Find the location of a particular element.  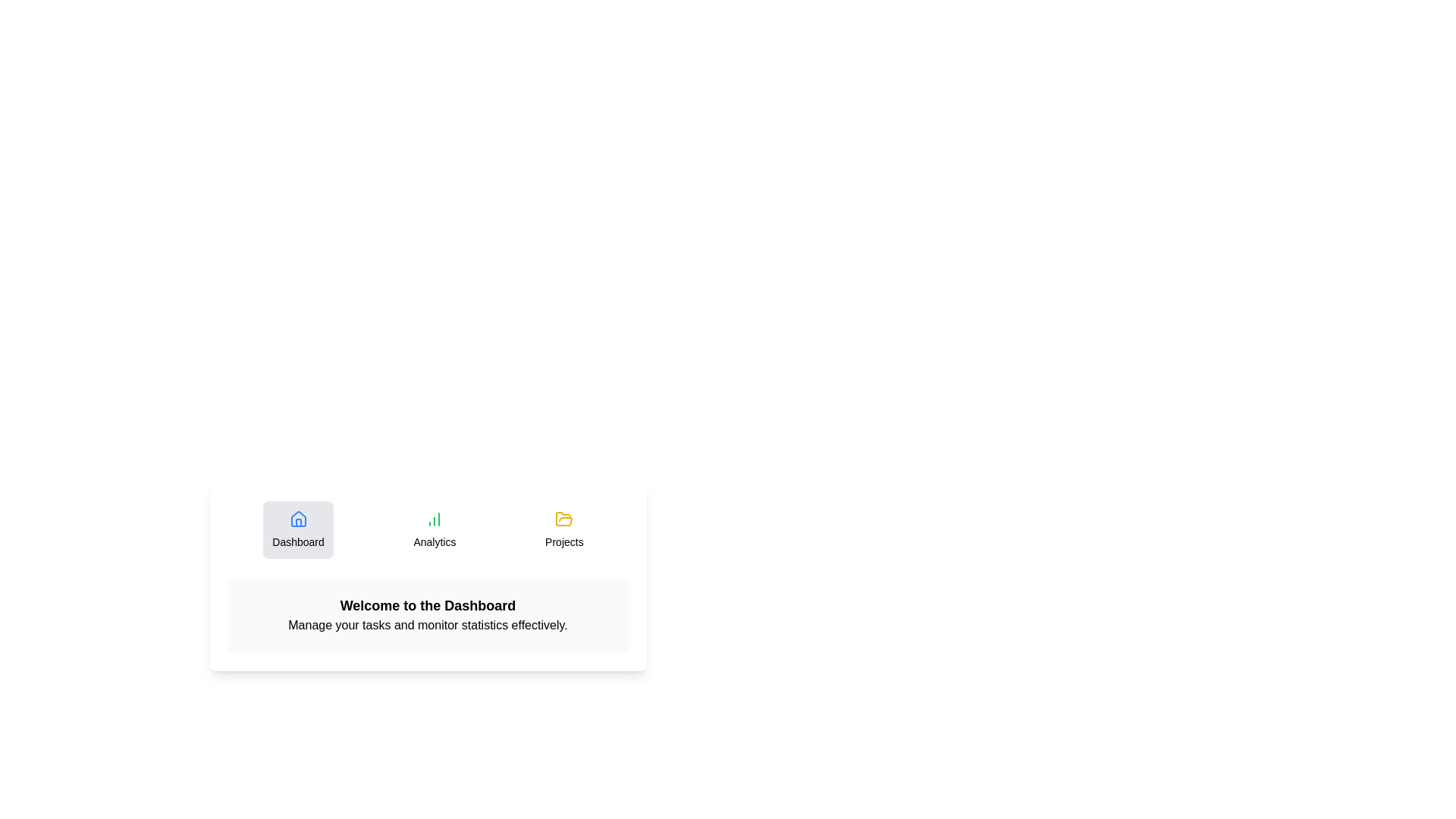

the Analytics tab to observe hover effects is located at coordinates (434, 529).